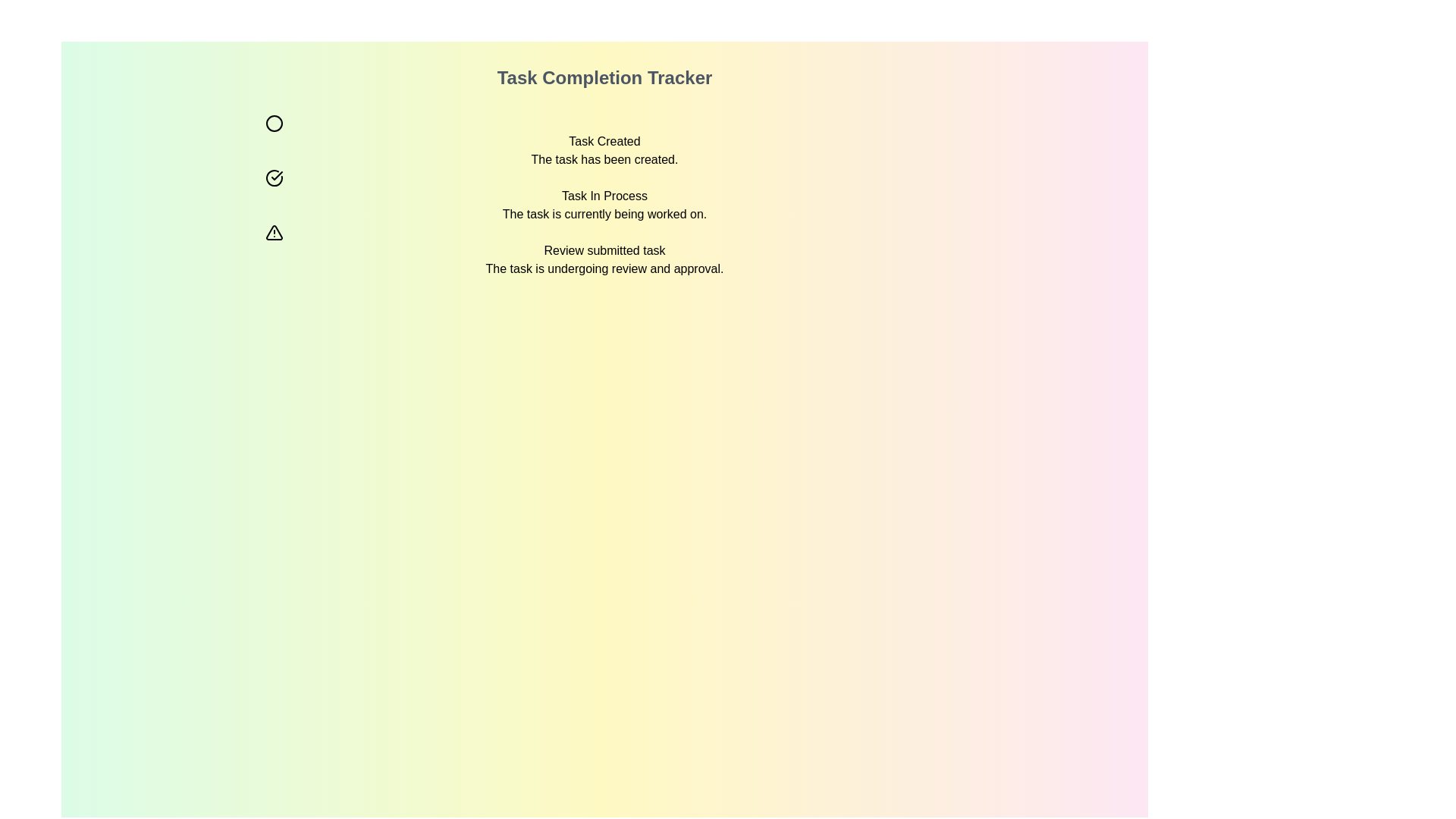 Image resolution: width=1456 pixels, height=819 pixels. Describe the element at coordinates (604, 141) in the screenshot. I see `the status indicator text block with an accompanying icon that signifies a task has been created, located below the 'Task Completion Tracker' title` at that location.